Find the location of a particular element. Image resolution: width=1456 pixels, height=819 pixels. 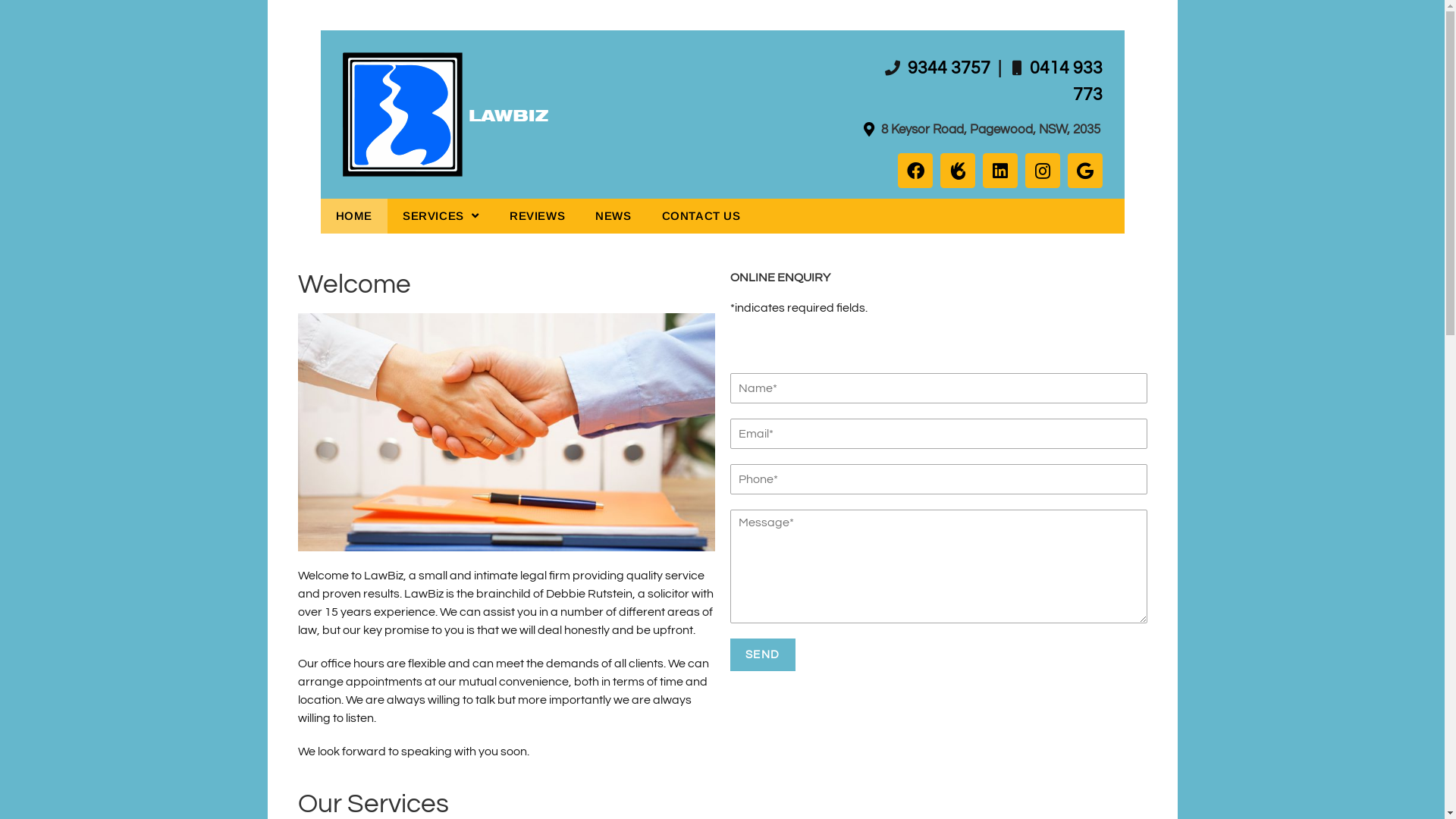

' 0414 933 773' is located at coordinates (1026, 81).